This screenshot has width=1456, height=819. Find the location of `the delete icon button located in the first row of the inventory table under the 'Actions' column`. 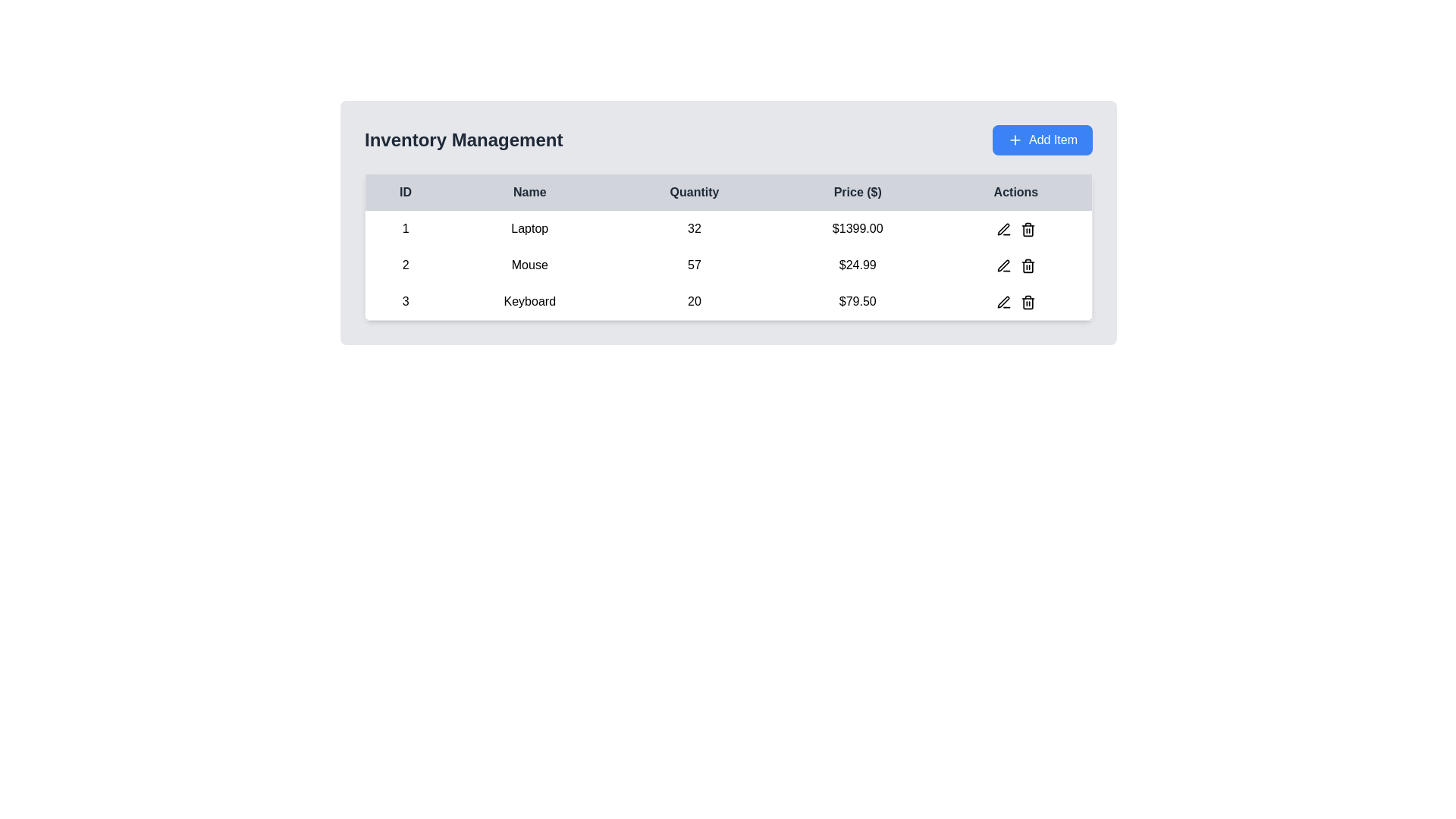

the delete icon button located in the first row of the inventory table under the 'Actions' column is located at coordinates (1028, 229).